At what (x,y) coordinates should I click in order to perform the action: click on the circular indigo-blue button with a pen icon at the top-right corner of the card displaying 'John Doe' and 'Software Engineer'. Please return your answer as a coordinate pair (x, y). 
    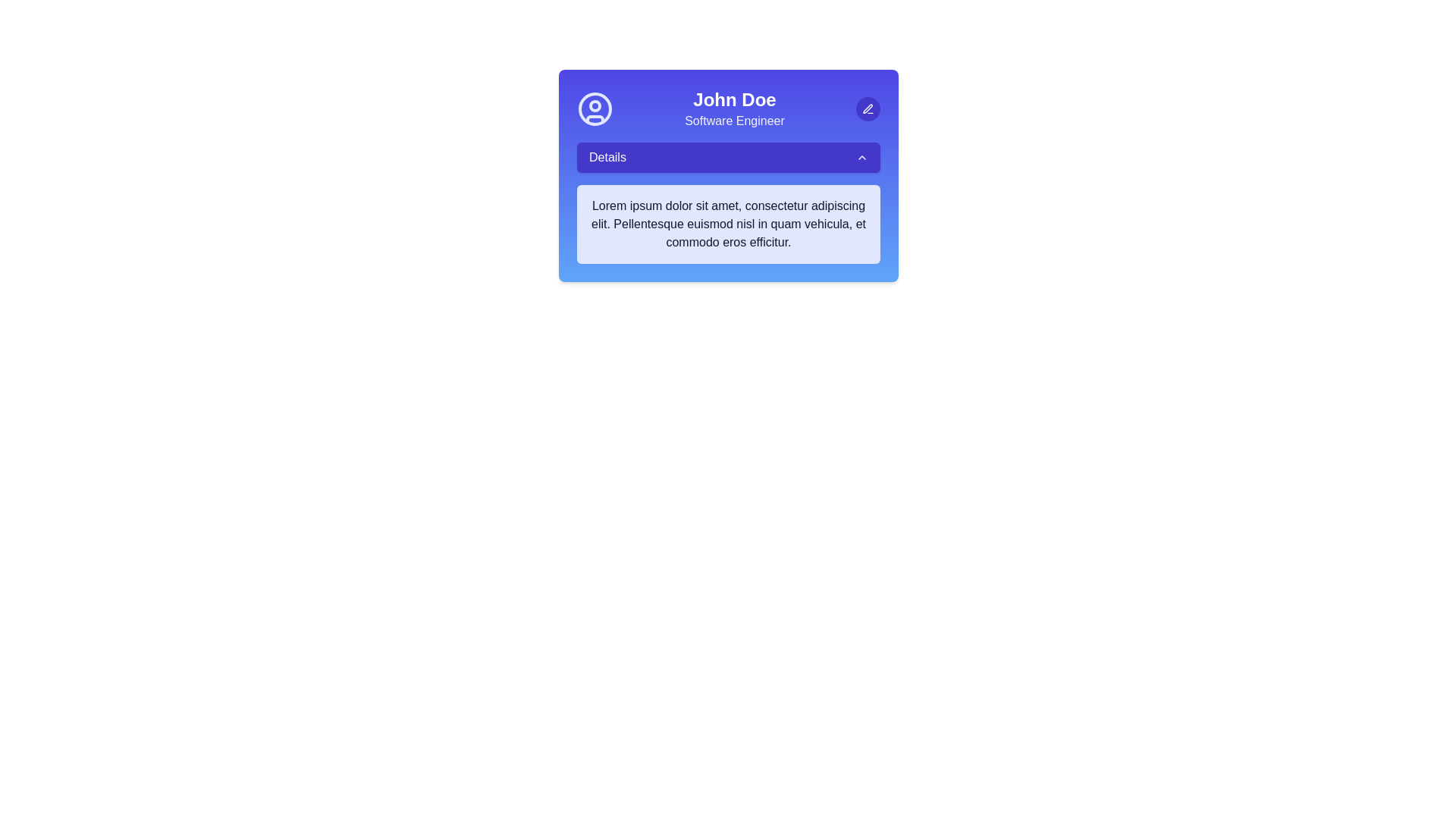
    Looking at the image, I should click on (868, 108).